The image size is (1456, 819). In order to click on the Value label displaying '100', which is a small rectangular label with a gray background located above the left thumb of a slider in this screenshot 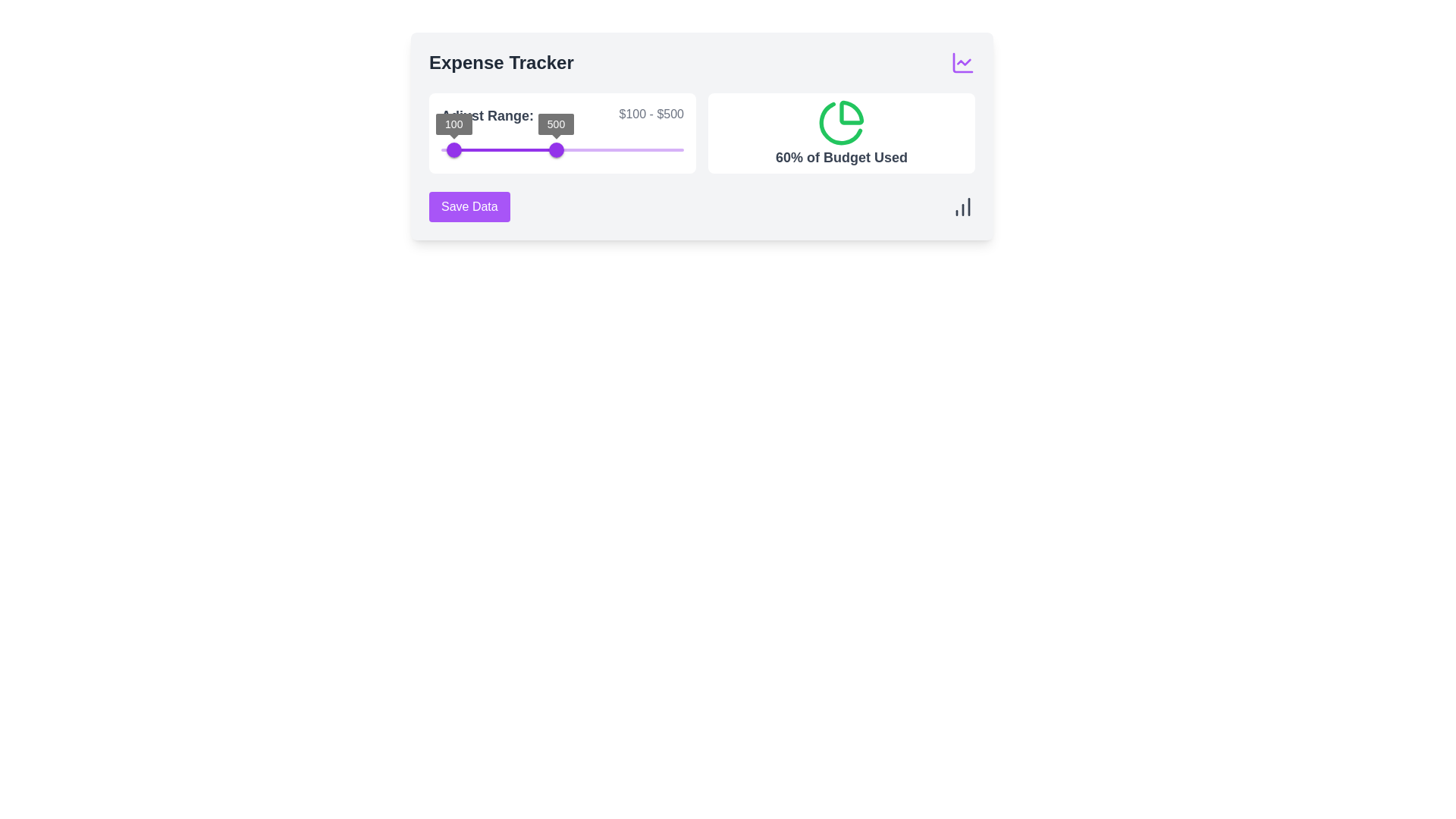, I will do `click(453, 123)`.